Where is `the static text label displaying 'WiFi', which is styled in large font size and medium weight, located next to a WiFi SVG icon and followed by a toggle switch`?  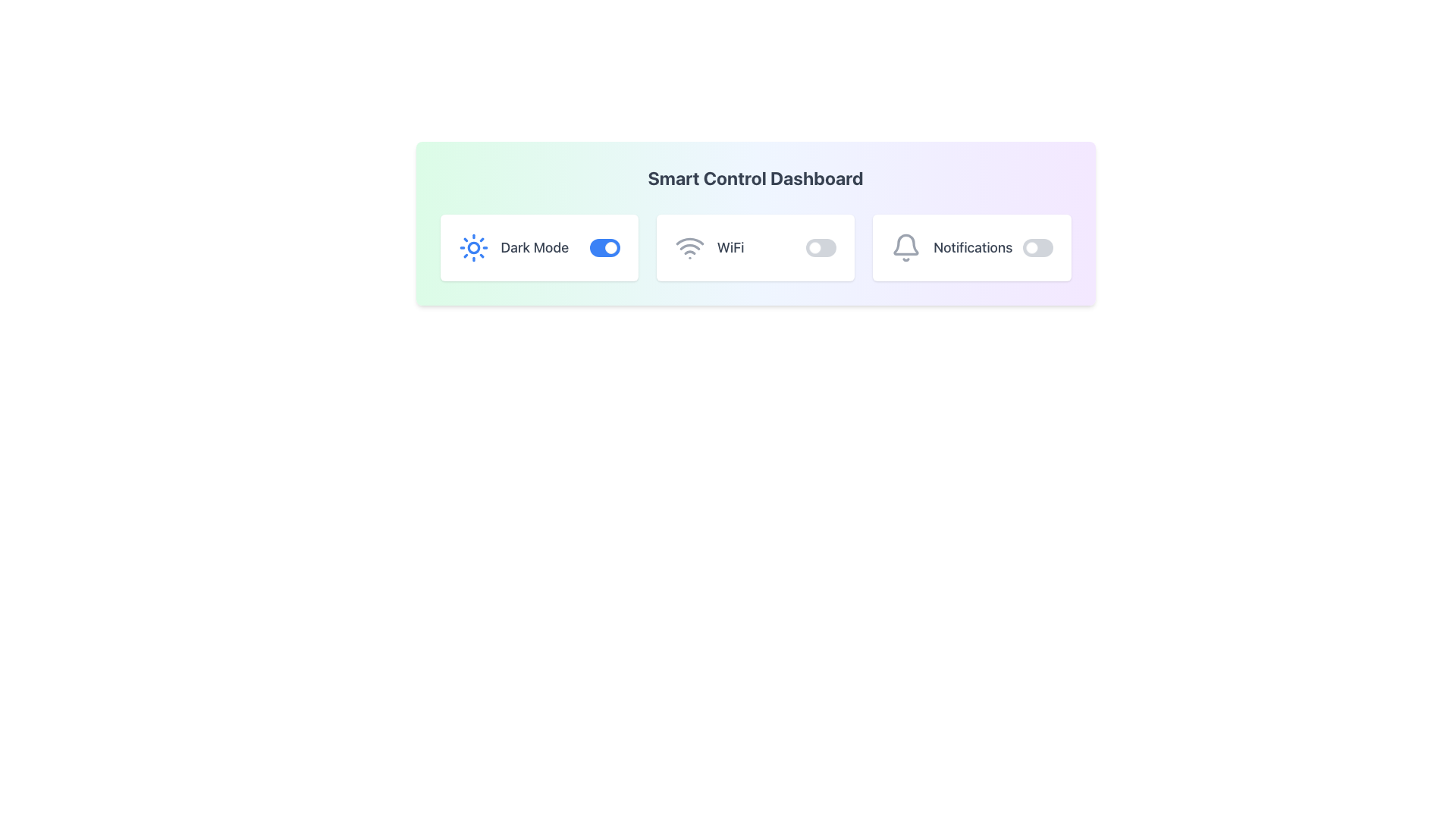
the static text label displaying 'WiFi', which is styled in large font size and medium weight, located next to a WiFi SVG icon and followed by a toggle switch is located at coordinates (730, 247).